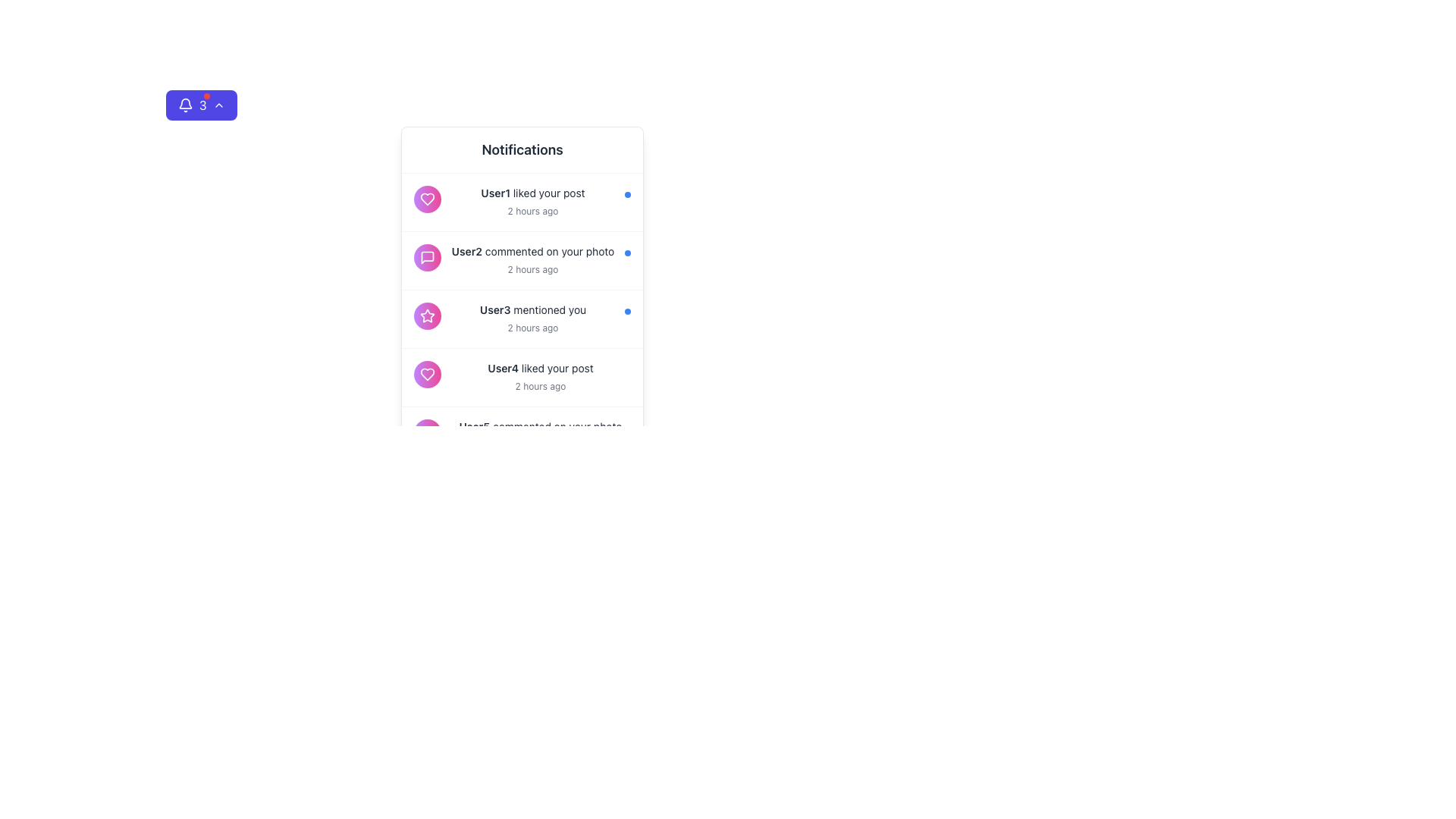 This screenshot has width=1456, height=819. What do you see at coordinates (473, 426) in the screenshot?
I see `the label displaying the identifier 'User5', which is part of the fifth notification entry in the 'Notifications' list` at bounding box center [473, 426].